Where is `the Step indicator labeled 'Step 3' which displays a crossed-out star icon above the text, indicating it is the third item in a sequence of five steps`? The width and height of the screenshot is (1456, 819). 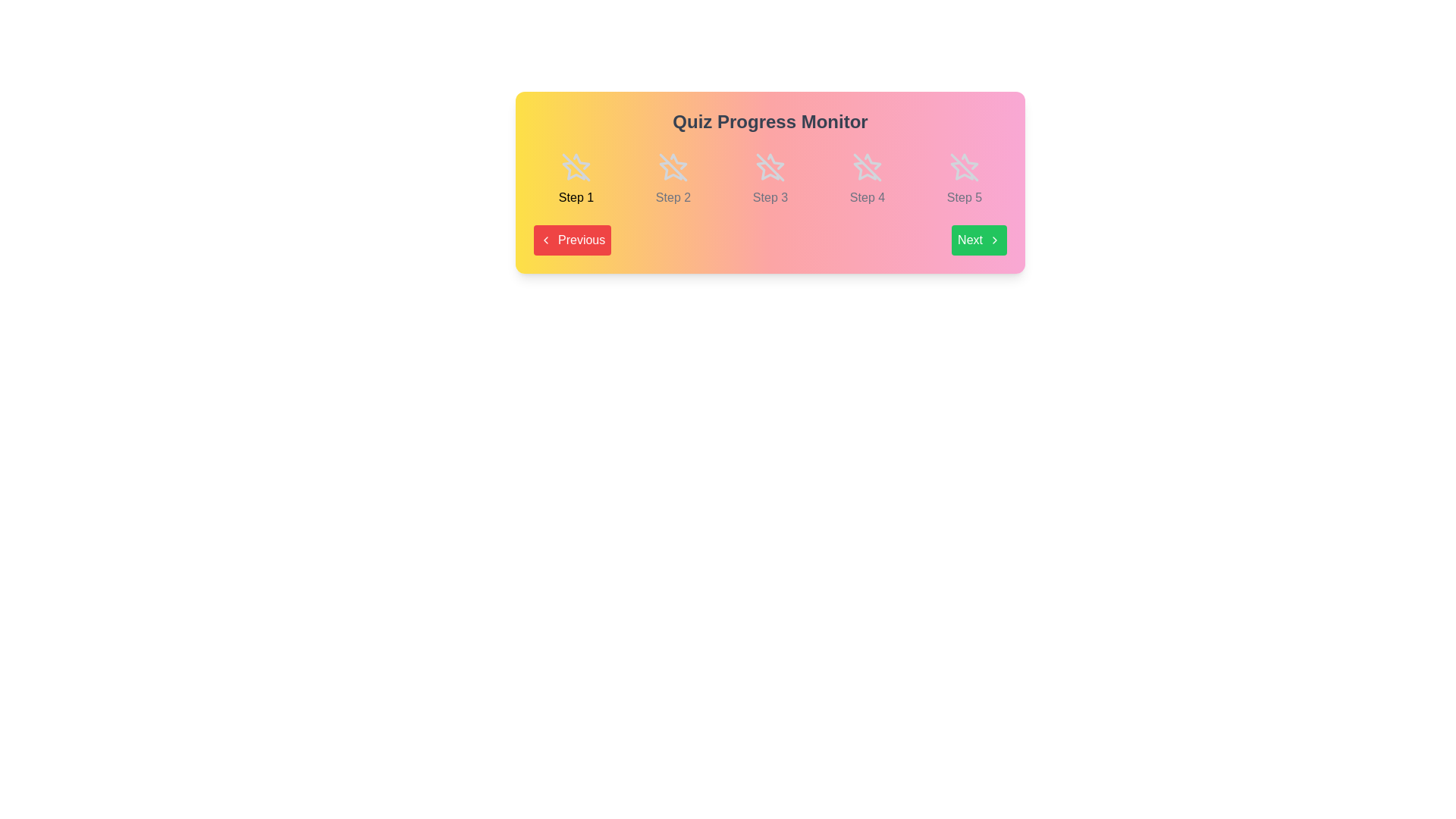
the Step indicator labeled 'Step 3' which displays a crossed-out star icon above the text, indicating it is the third item in a sequence of five steps is located at coordinates (770, 178).